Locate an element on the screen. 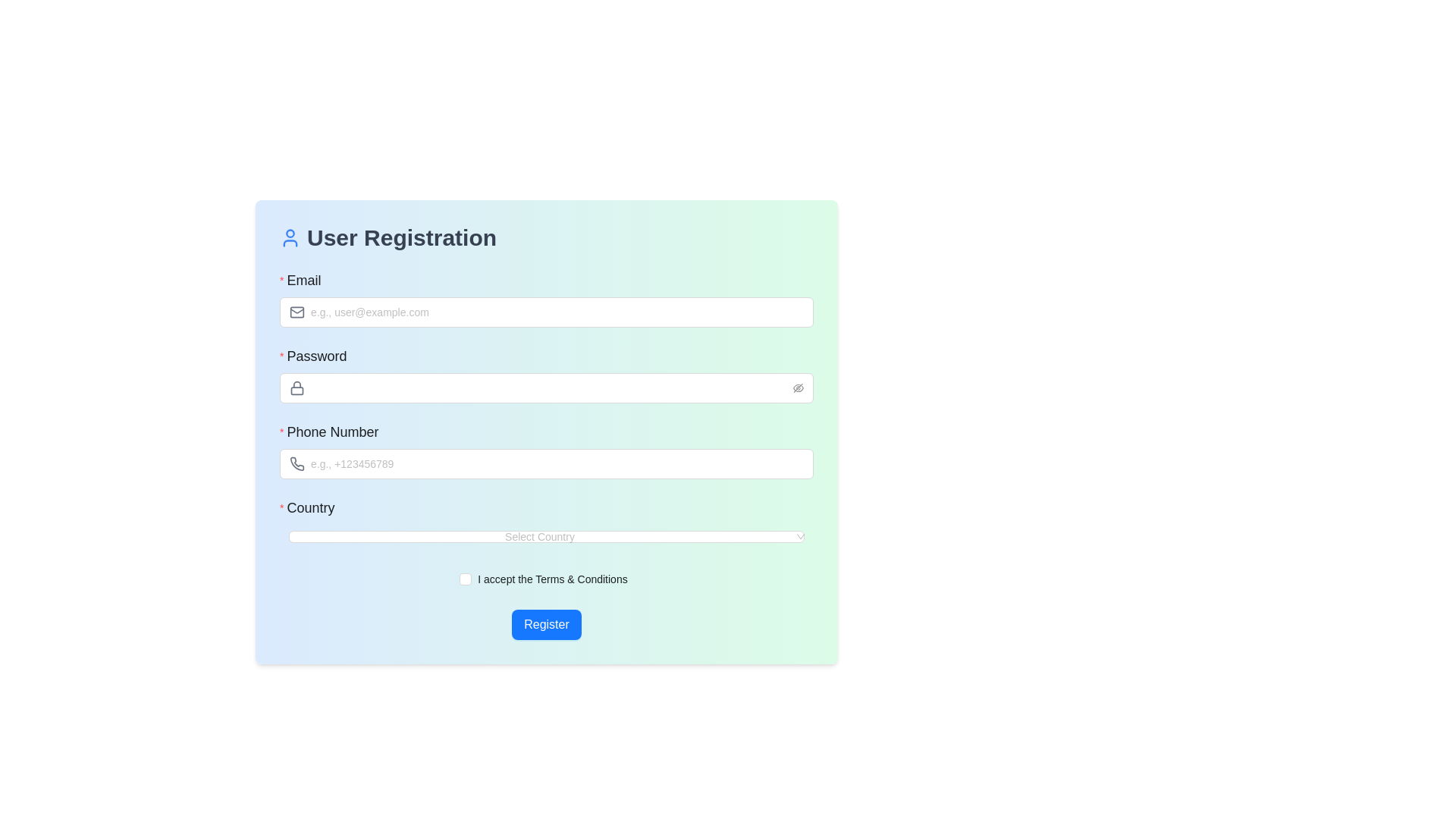 This screenshot has width=1456, height=819. the static text label displaying 'Phone Number', which is centrally located above the phone number input field in the registration form is located at coordinates (331, 432).